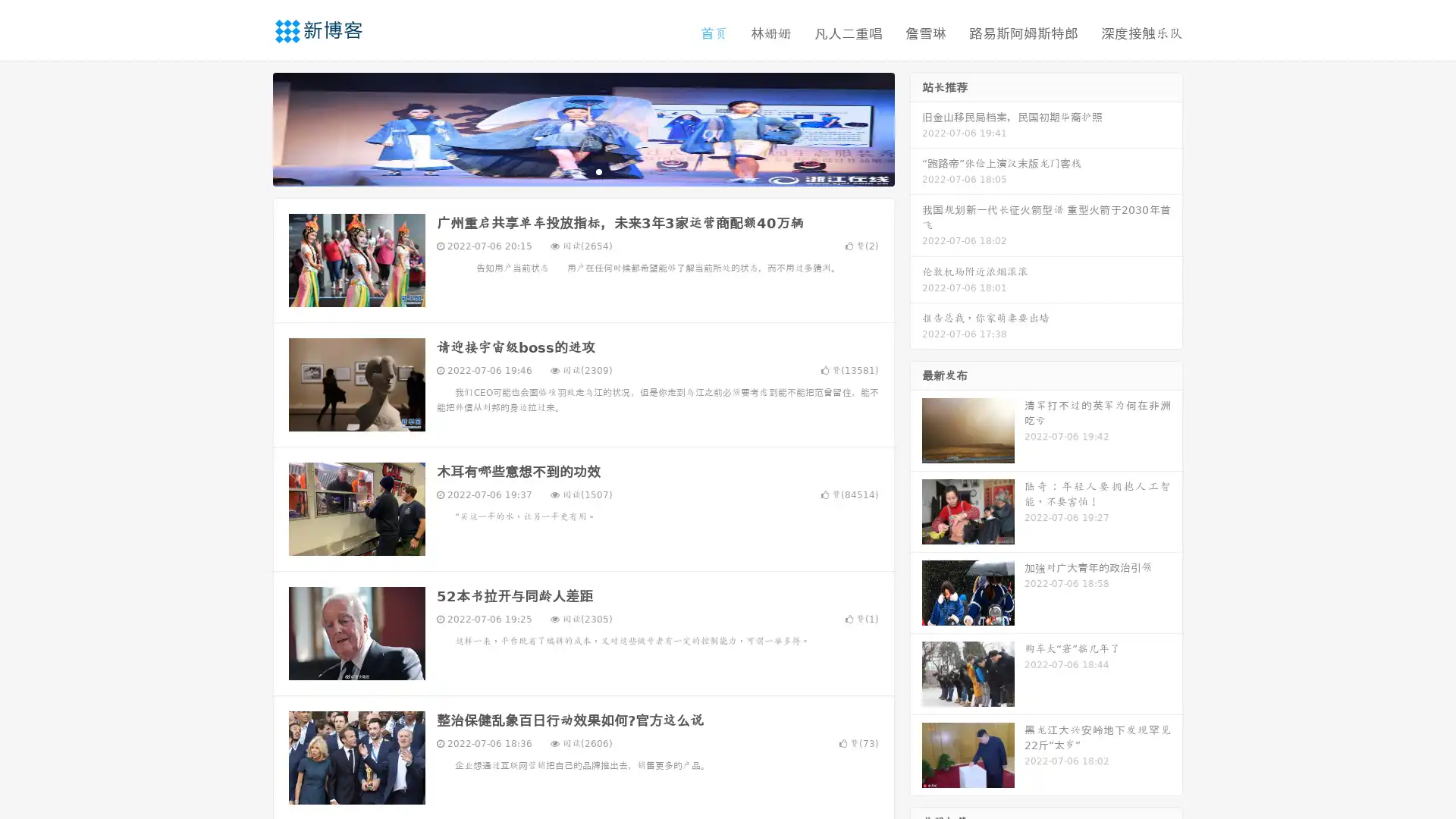 The height and width of the screenshot is (819, 1456). Describe the element at coordinates (582, 171) in the screenshot. I see `Go to slide 2` at that location.